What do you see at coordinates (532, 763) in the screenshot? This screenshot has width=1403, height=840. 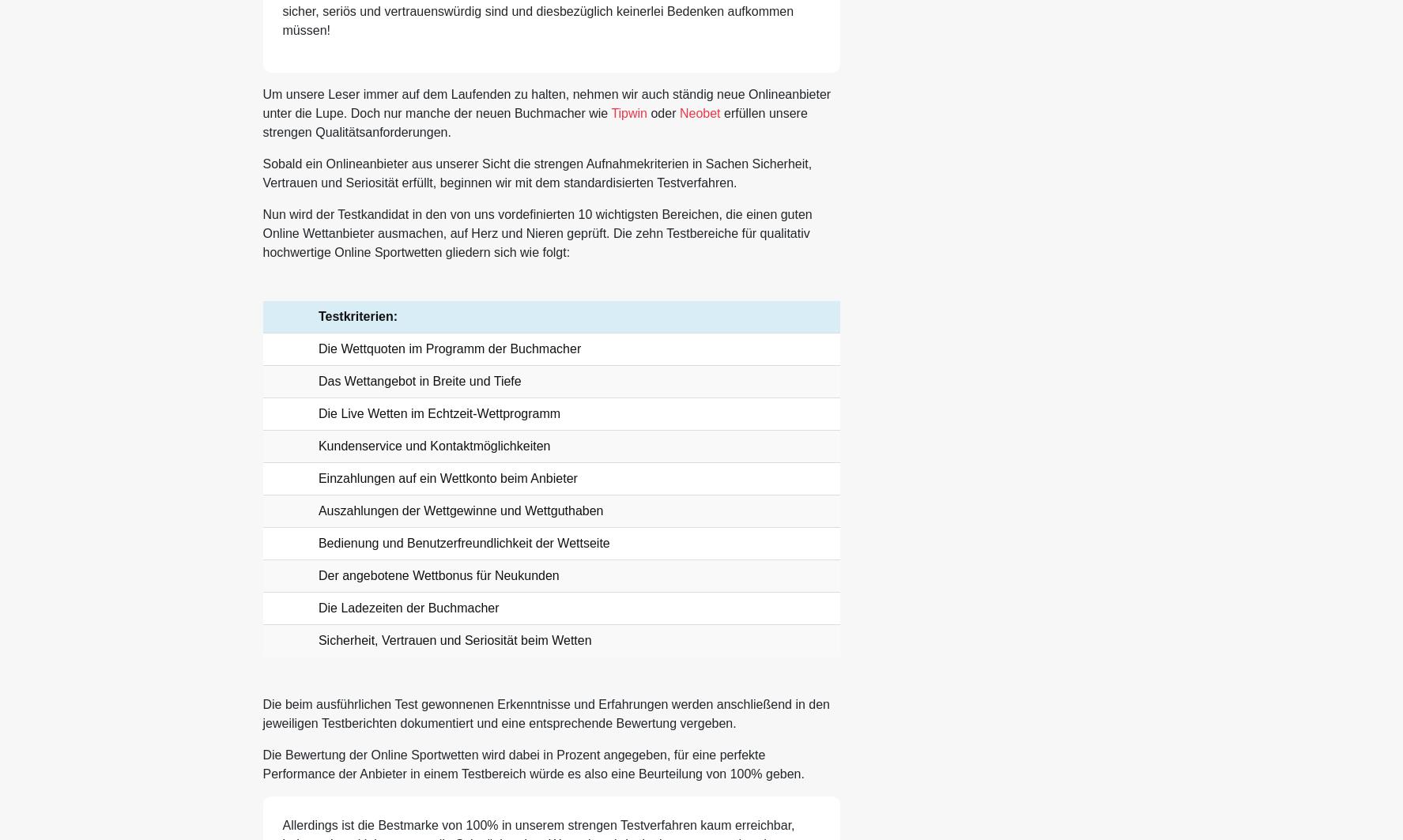 I see `'Die Bewertung der Online Sportwetten wird dabei in Prozent angegeben, für eine perfekte Performance der Anbieter in einem Testbereich würde es also eine Beurteilung von 100% geben.'` at bounding box center [532, 763].